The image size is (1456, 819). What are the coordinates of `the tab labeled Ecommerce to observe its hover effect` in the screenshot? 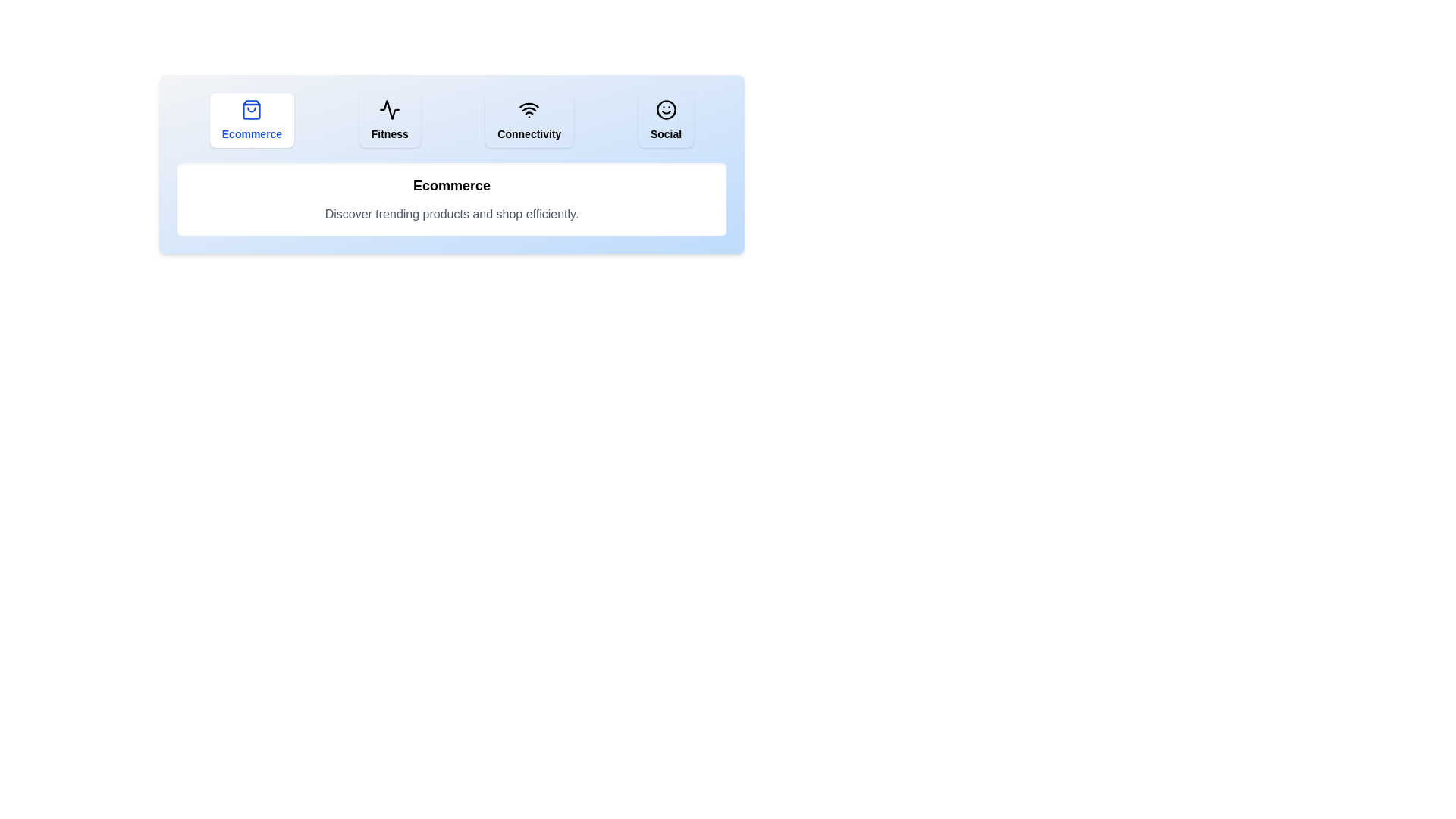 It's located at (252, 119).